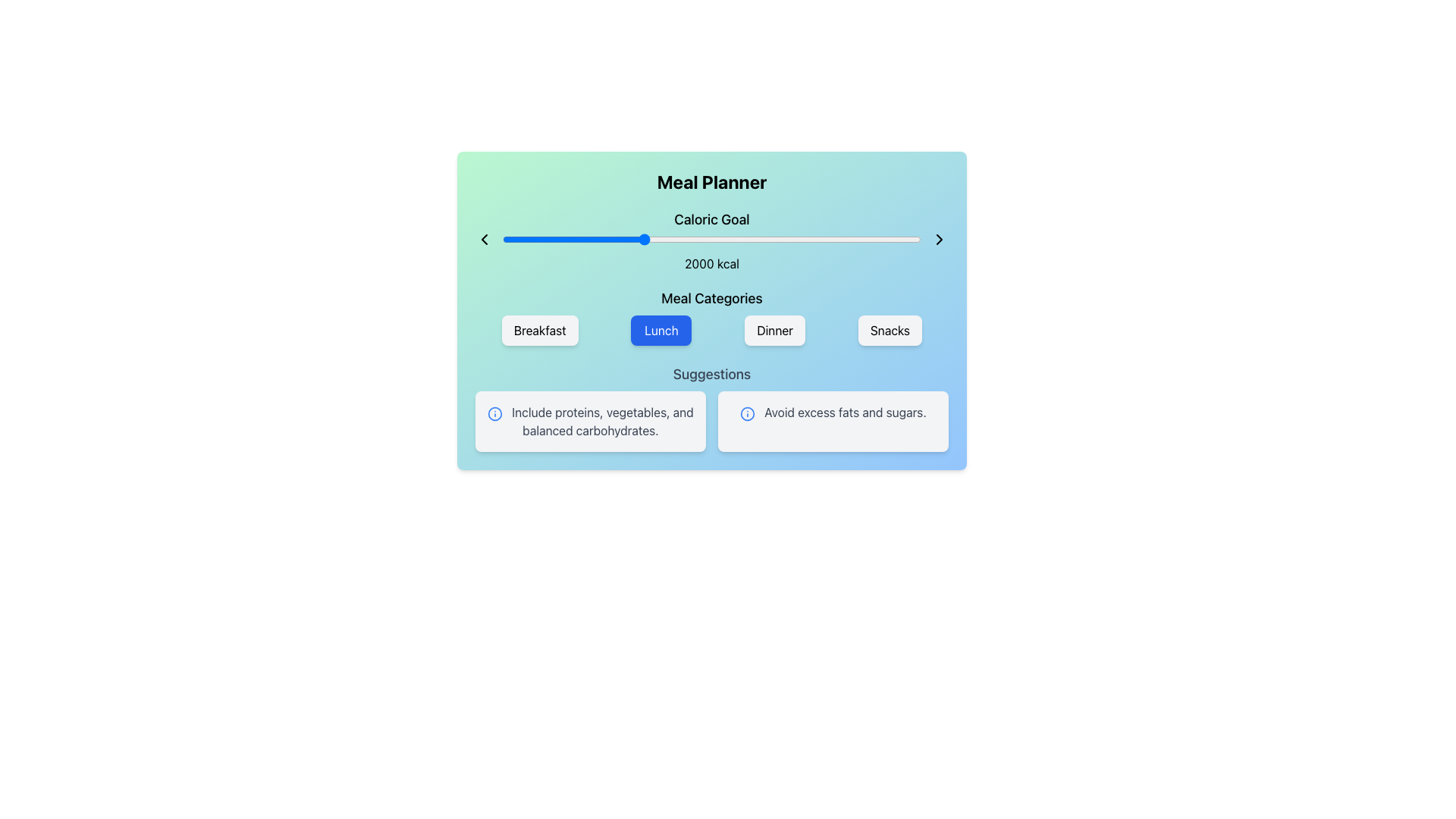  I want to click on the 'Dinner' button, which is the third button in the 'Meal Categories' row, so click(775, 329).